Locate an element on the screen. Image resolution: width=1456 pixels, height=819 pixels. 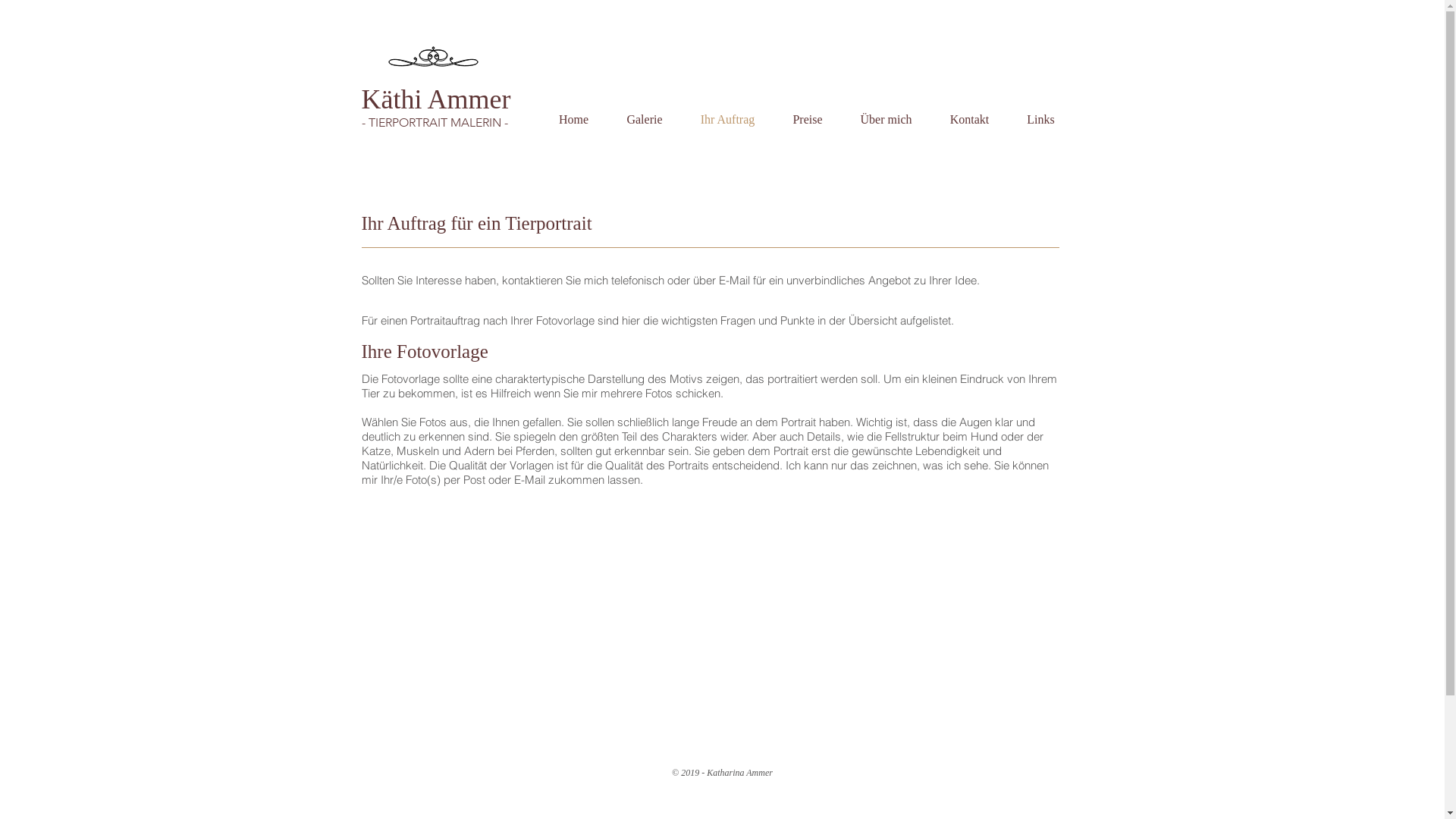
'Home' is located at coordinates (573, 119).